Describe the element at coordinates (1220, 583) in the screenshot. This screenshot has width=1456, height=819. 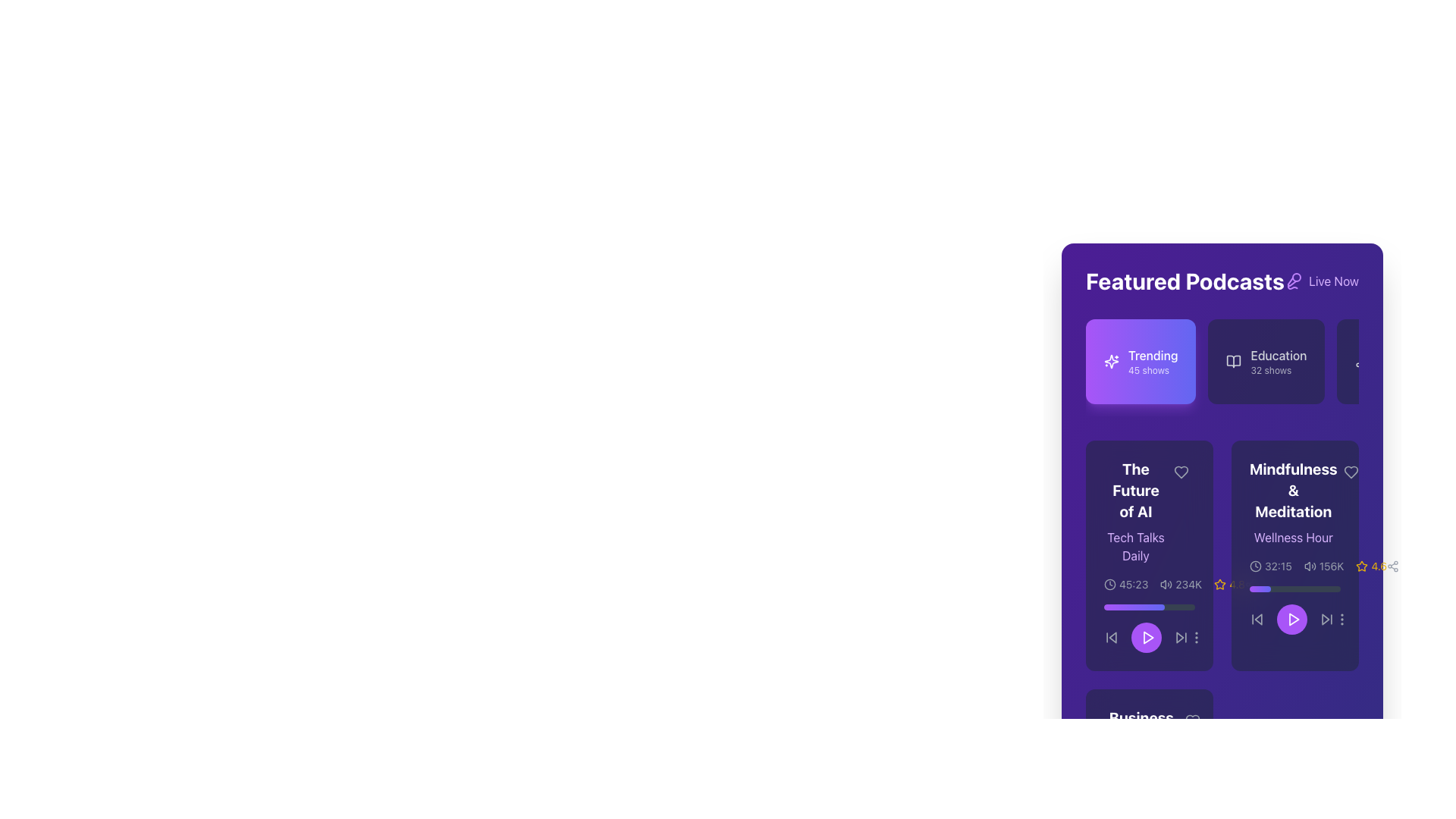
I see `the star-shaped icon with a yellow fill and black outline, located to the right of the numerical rating '4.6' in the podcast details segment` at that location.